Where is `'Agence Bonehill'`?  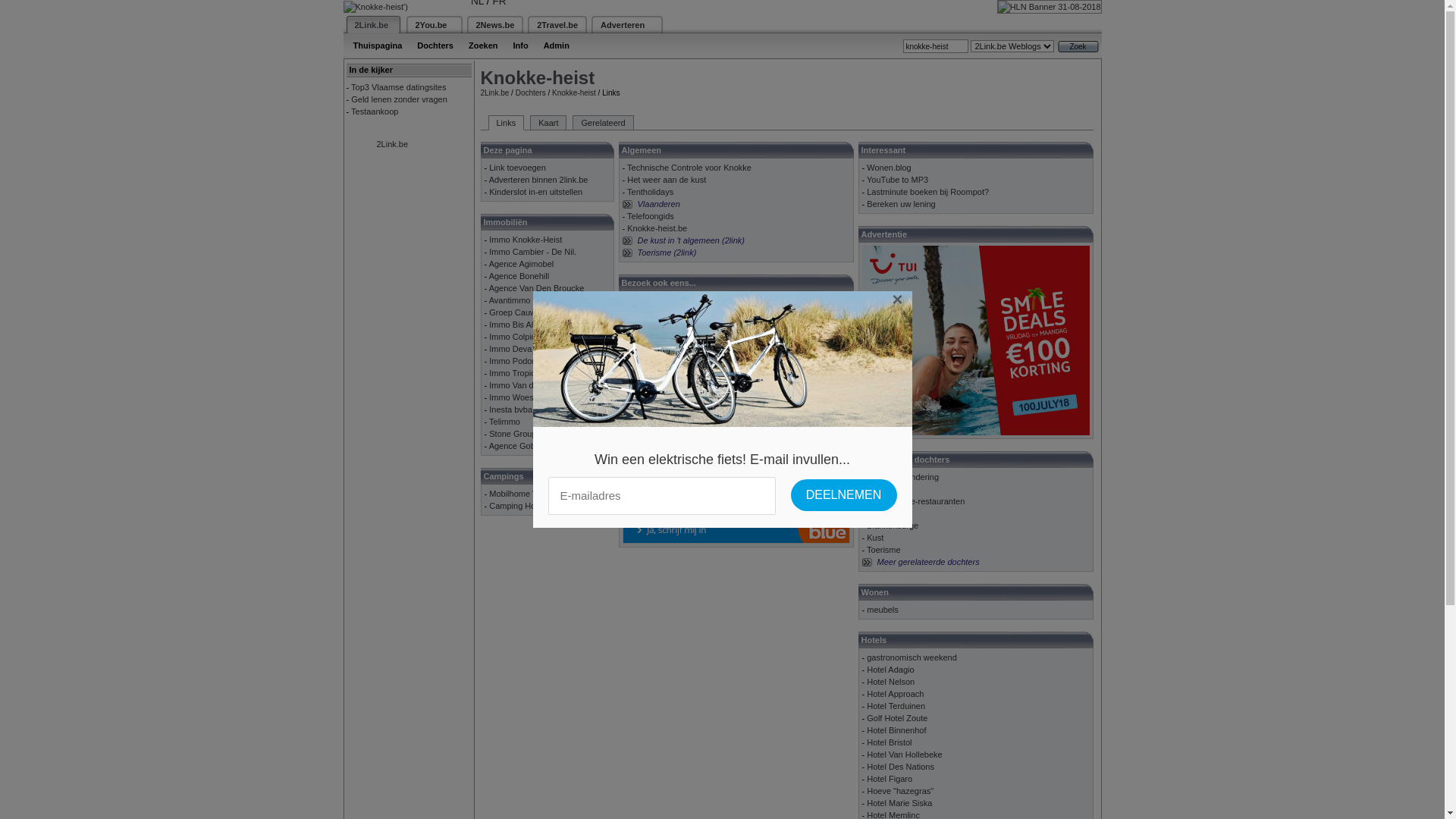 'Agence Bonehill' is located at coordinates (519, 275).